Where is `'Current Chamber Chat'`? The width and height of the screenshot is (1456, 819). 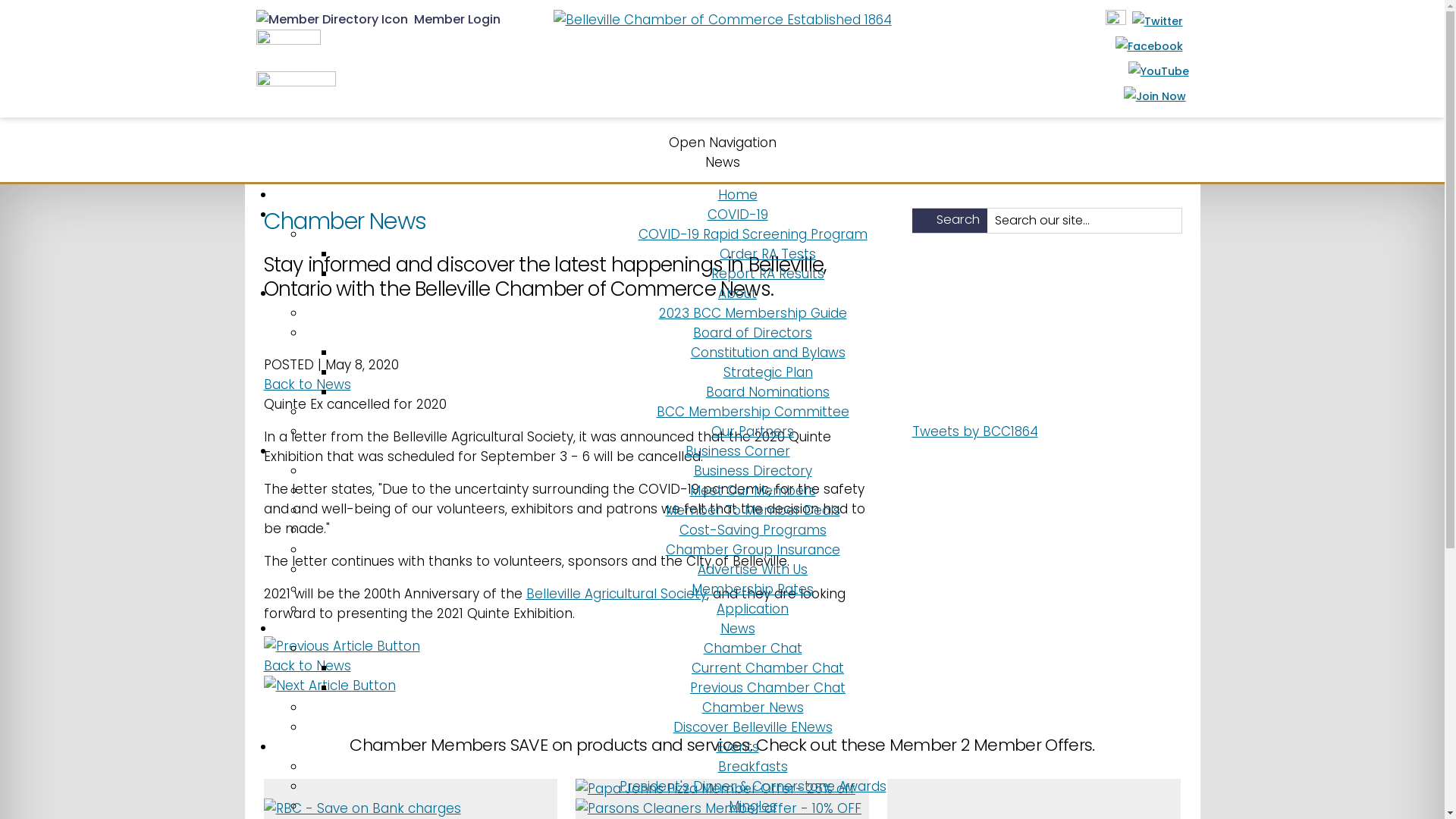 'Current Chamber Chat' is located at coordinates (691, 667).